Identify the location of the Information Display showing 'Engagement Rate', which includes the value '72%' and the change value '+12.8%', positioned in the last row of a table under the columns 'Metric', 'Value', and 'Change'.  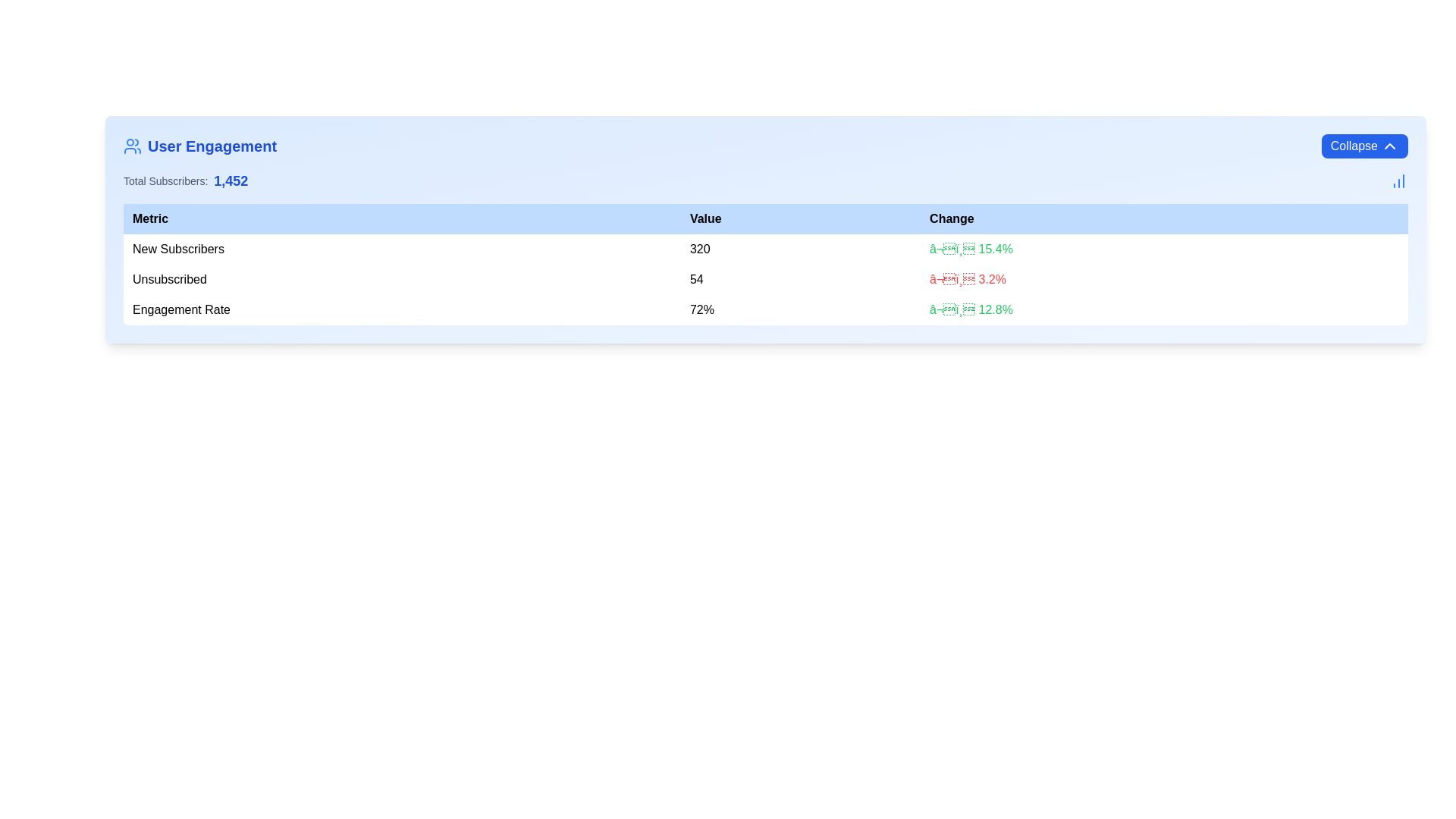
(765, 309).